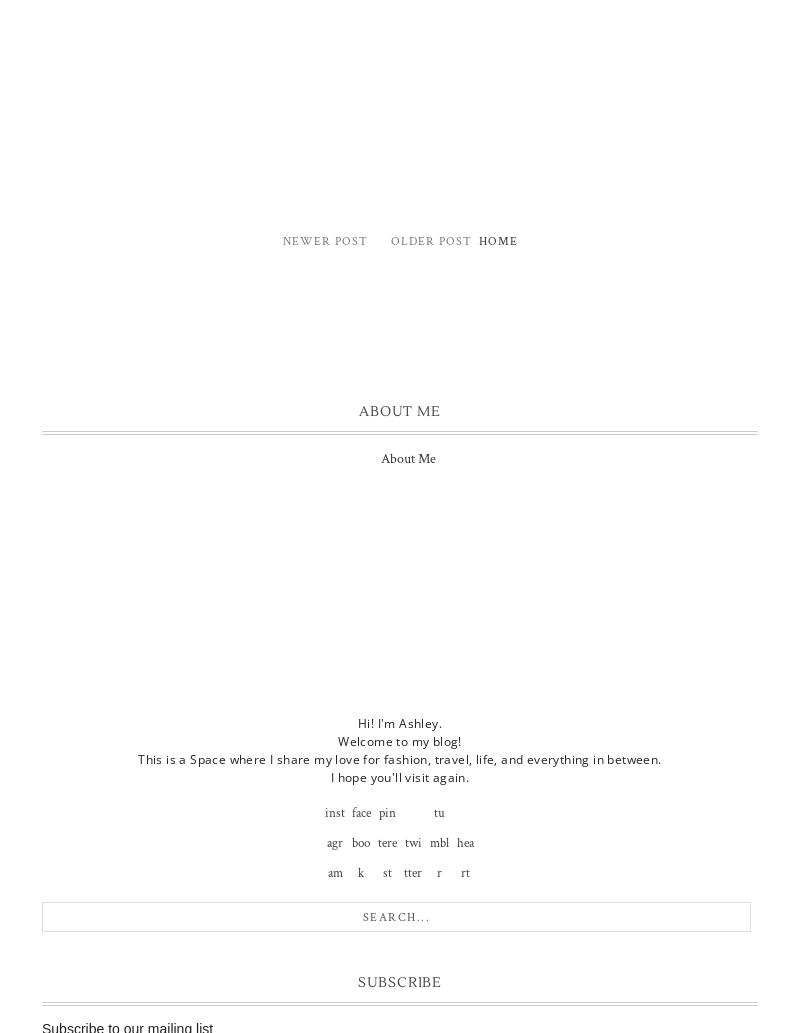 Image resolution: width=800 pixels, height=1033 pixels. What do you see at coordinates (412, 857) in the screenshot?
I see `'twitter'` at bounding box center [412, 857].